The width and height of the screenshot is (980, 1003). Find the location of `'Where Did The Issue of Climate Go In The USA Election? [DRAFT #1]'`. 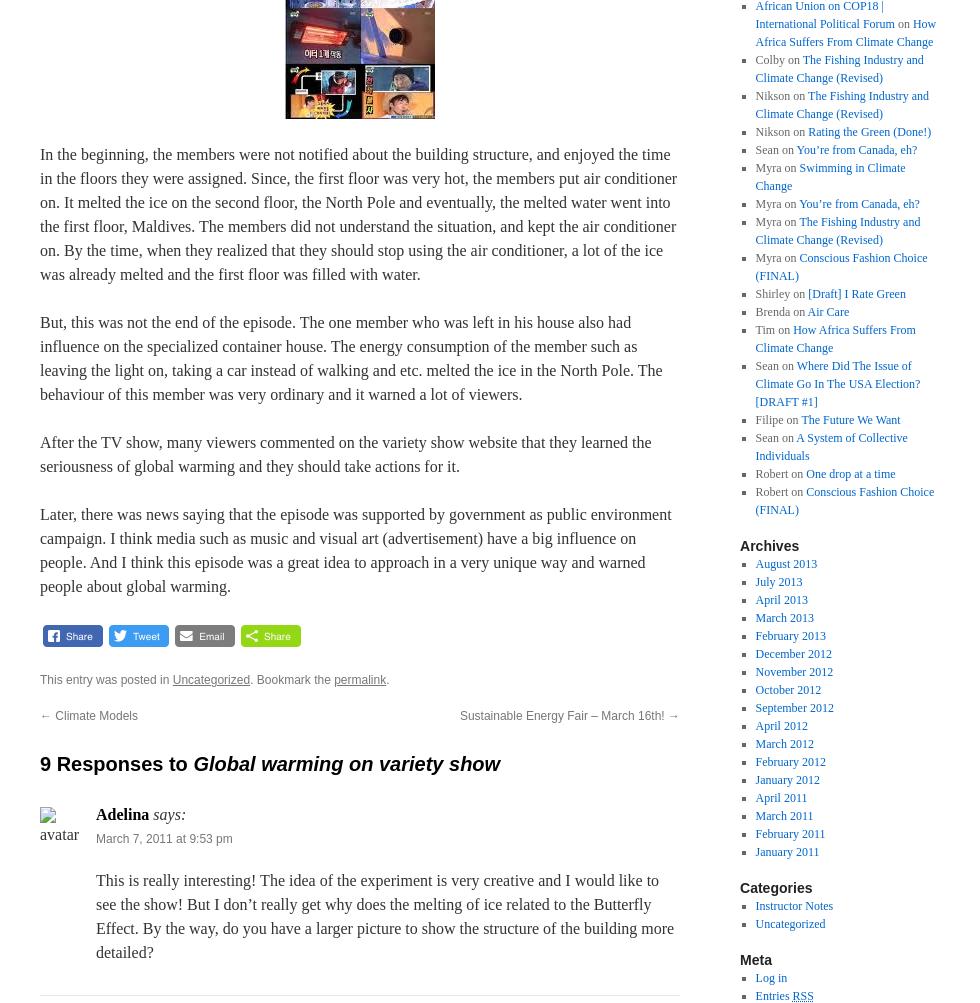

'Where Did The Issue of Climate Go In The USA Election? [DRAFT #1]' is located at coordinates (837, 383).